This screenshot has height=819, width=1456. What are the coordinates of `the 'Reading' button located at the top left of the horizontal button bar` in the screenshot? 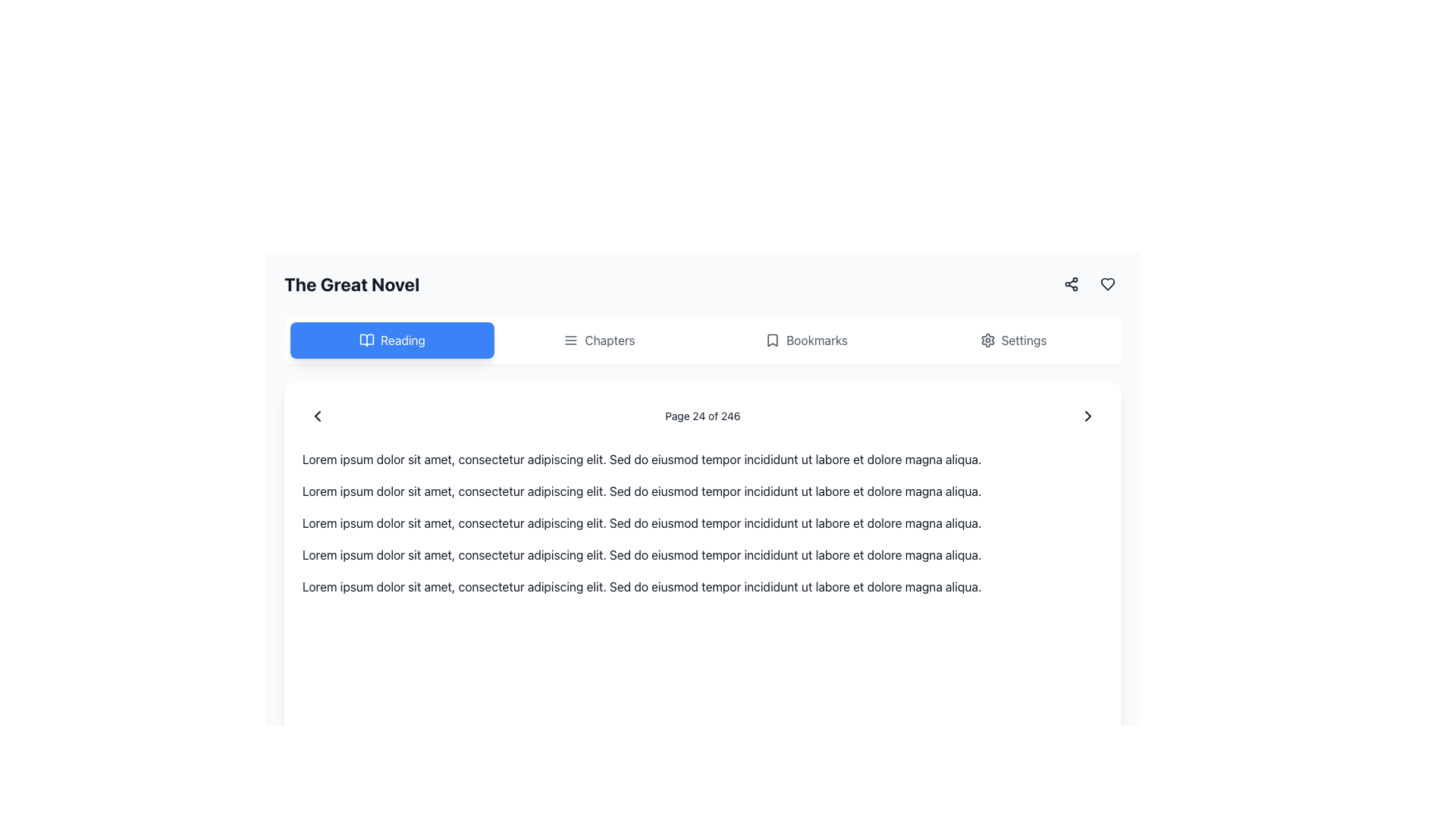 It's located at (392, 339).